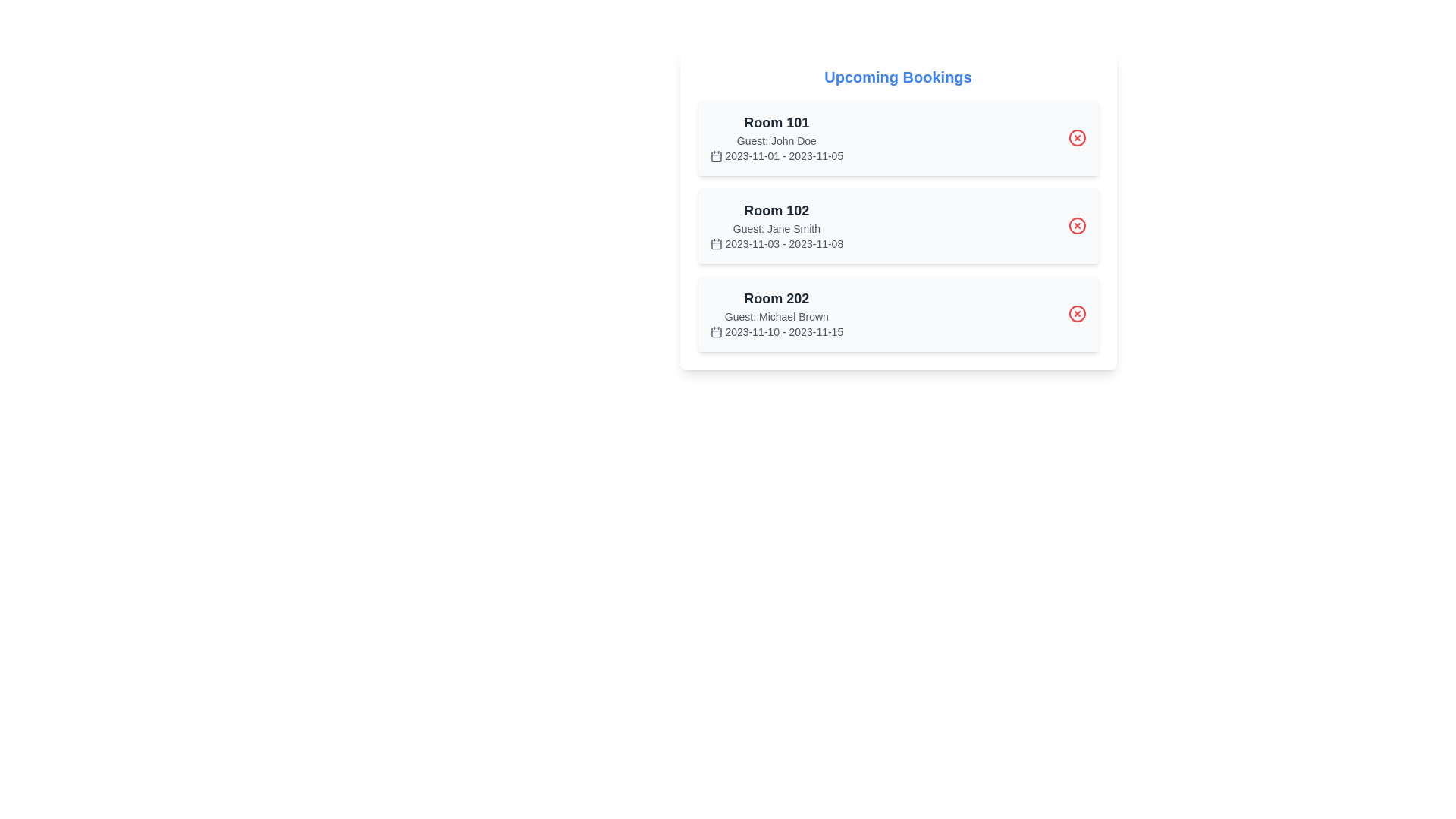 This screenshot has height=819, width=1456. What do you see at coordinates (715, 331) in the screenshot?
I see `the booking date range icon located in the third booking card of the 'Upcoming Bookings' section, positioned just below 'Guest: Michael Brown' and next to '2023-11-10 - 2023-11-15'` at bounding box center [715, 331].